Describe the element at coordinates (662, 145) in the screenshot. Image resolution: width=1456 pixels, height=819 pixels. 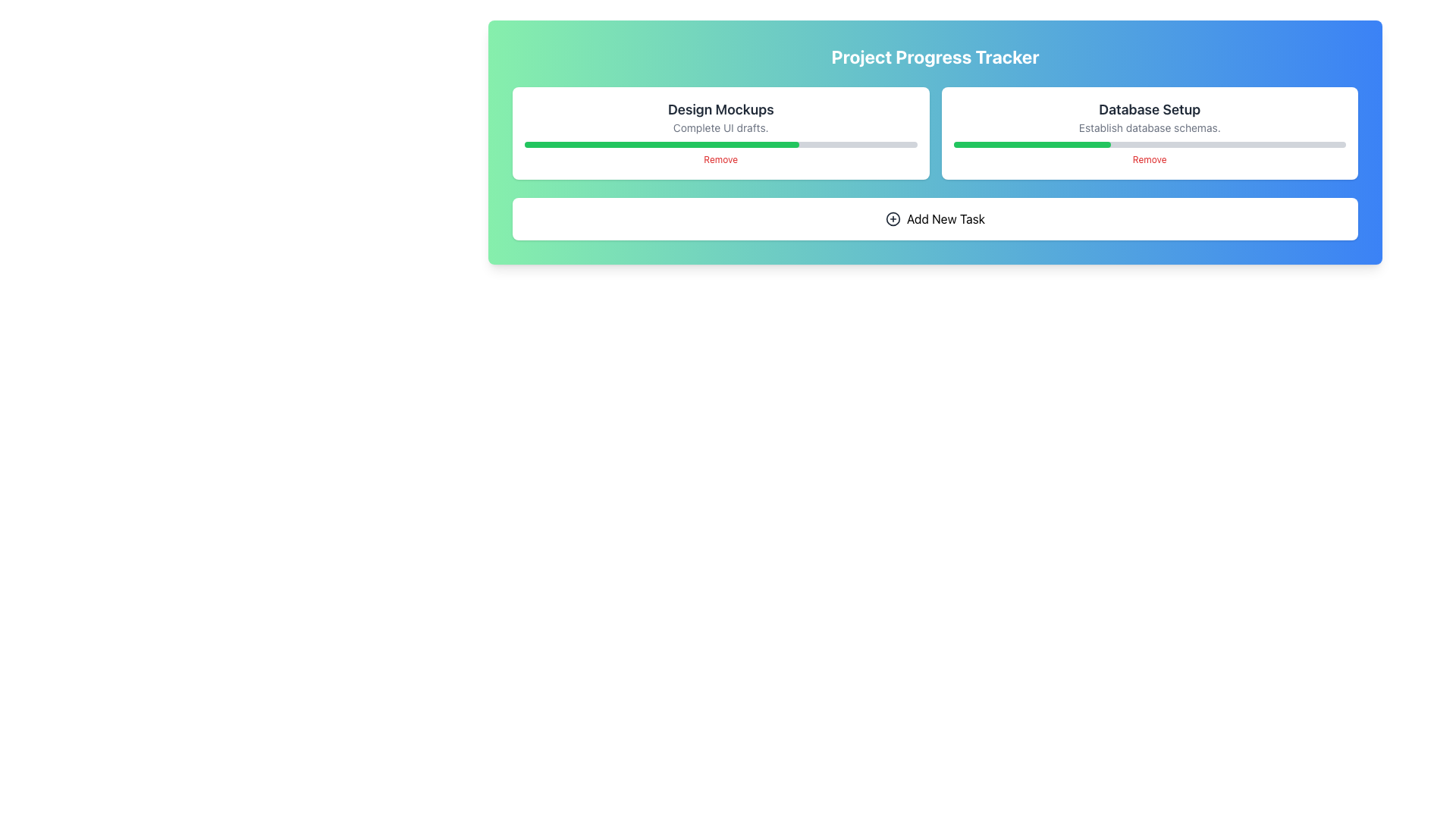
I see `the green progress indicator bar located under the 'Design Mockups' section of the 'Project Progress Tracker'` at that location.